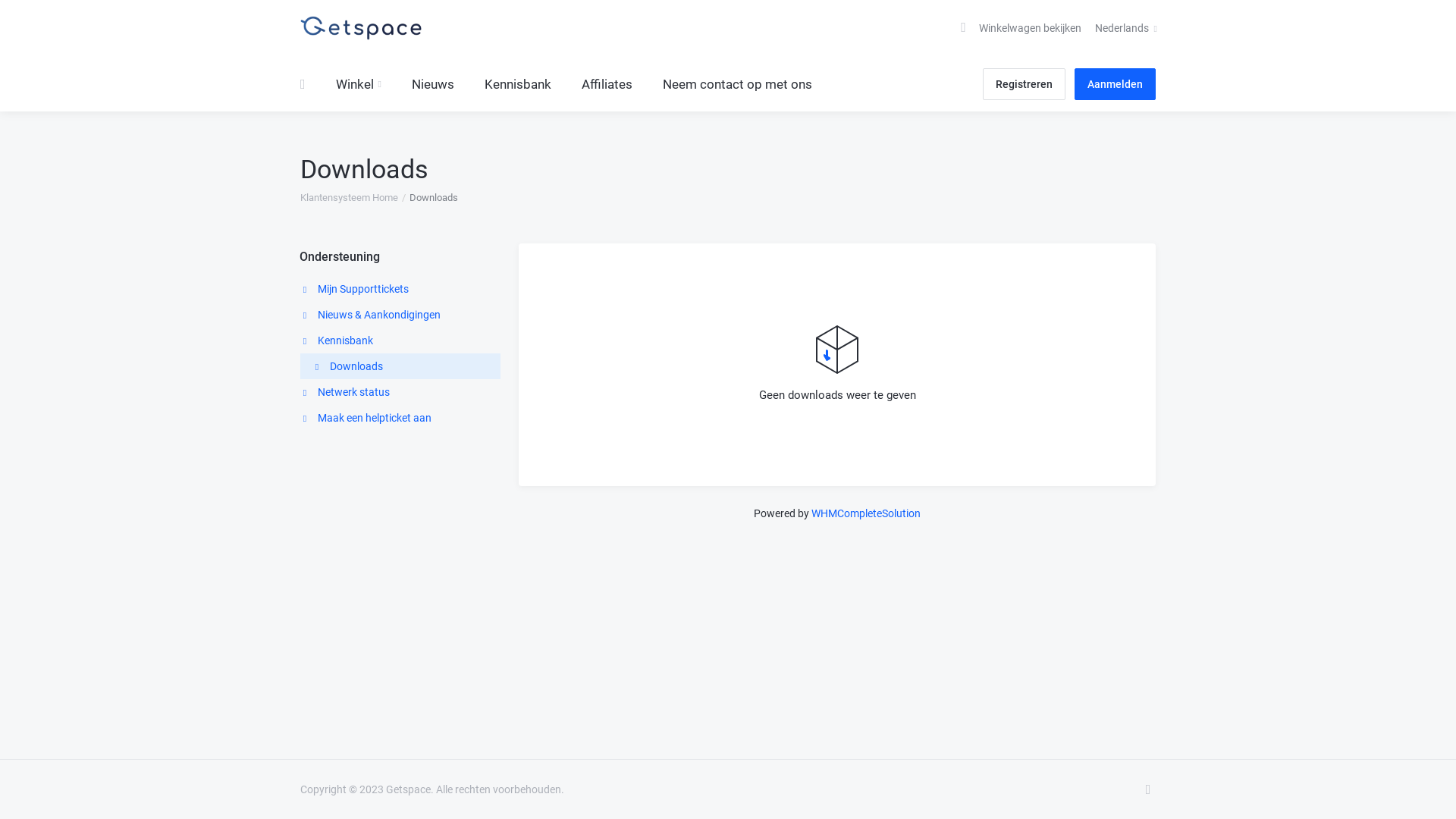 Image resolution: width=1456 pixels, height=819 pixels. I want to click on 'Registreren', so click(983, 84).